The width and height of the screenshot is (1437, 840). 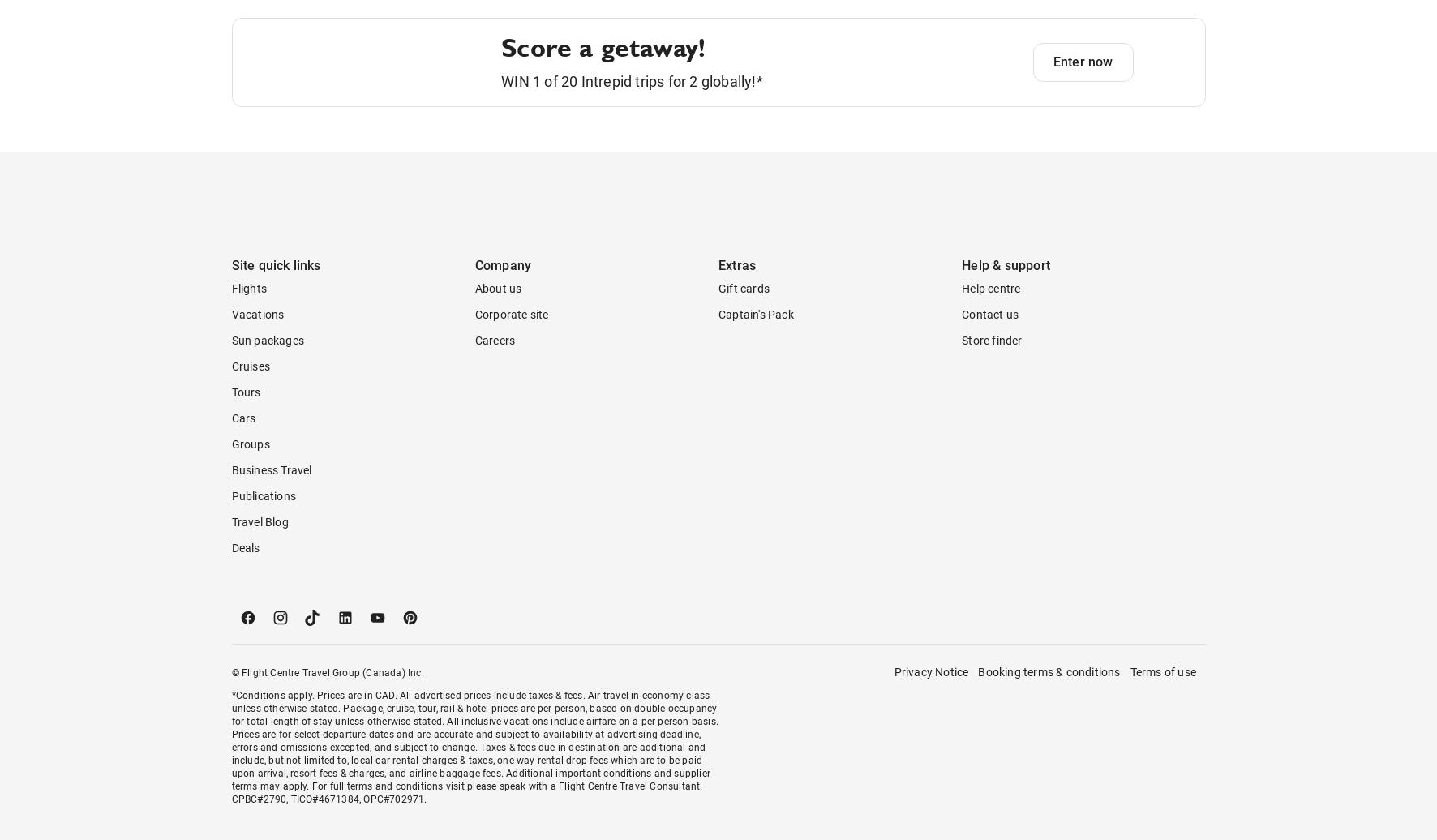 I want to click on 'Tours', so click(x=245, y=456).